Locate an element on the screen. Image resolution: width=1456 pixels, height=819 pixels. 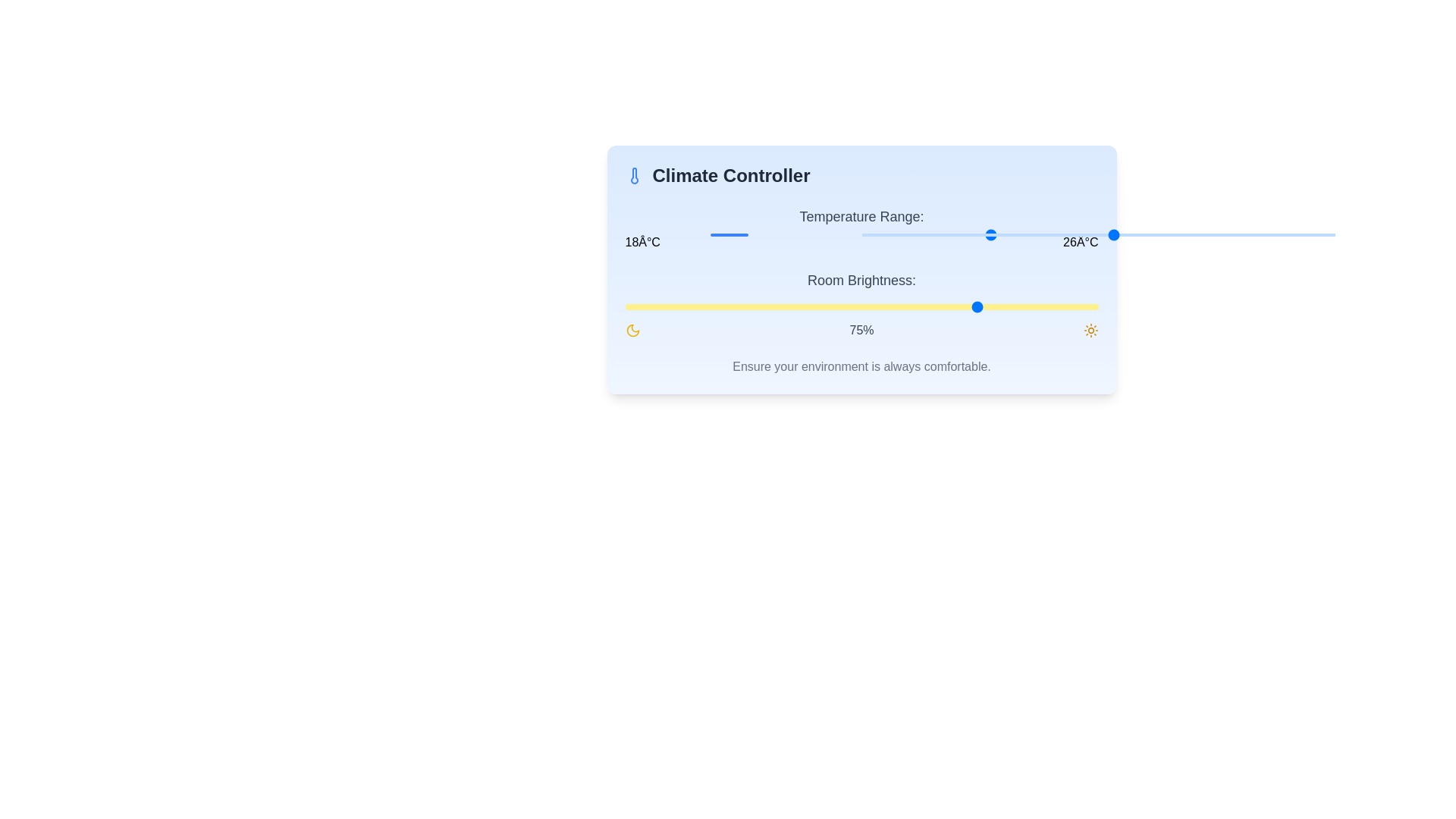
the room brightness is located at coordinates (827, 307).